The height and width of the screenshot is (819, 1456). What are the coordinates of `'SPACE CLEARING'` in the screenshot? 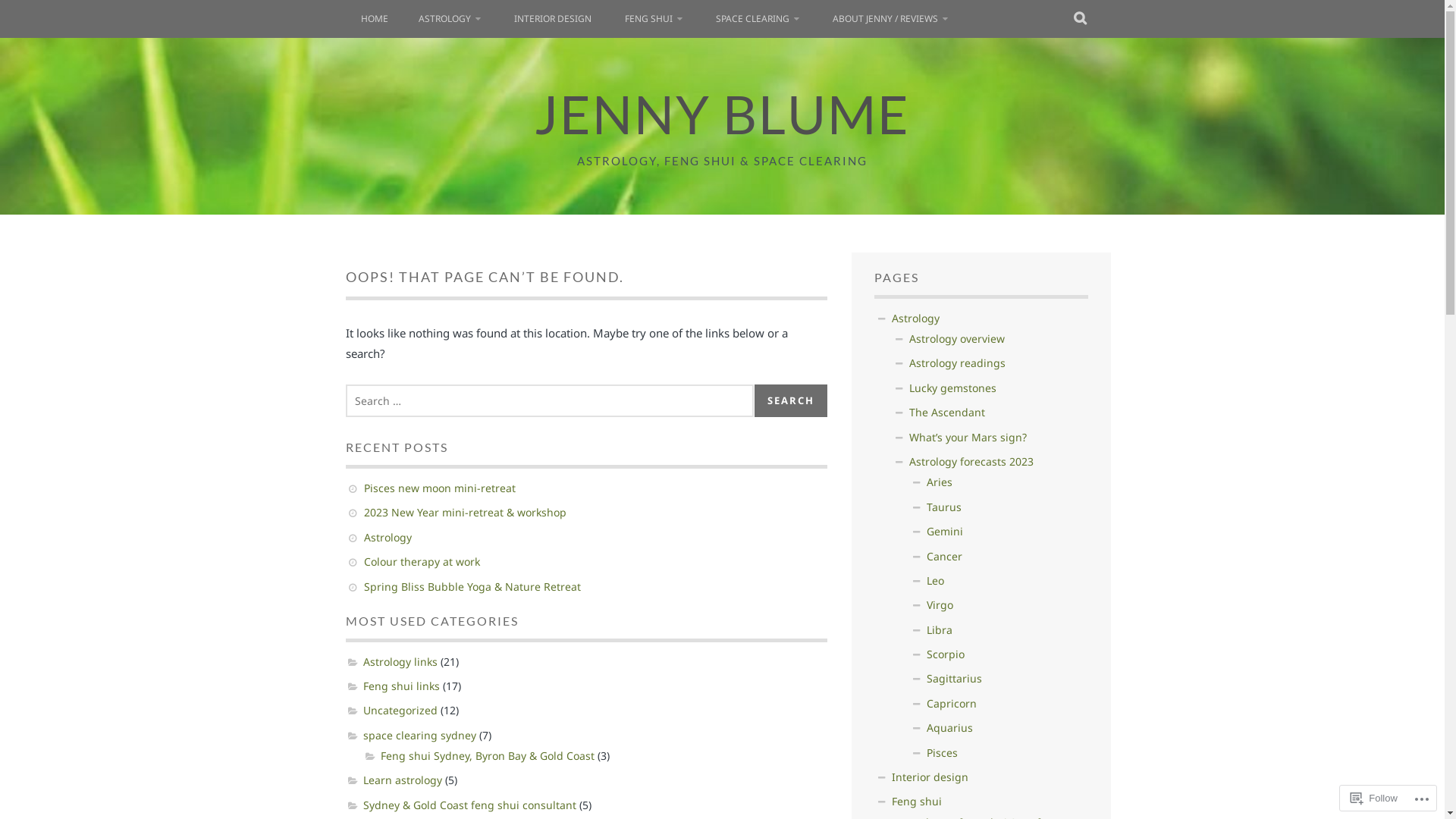 It's located at (757, 18).